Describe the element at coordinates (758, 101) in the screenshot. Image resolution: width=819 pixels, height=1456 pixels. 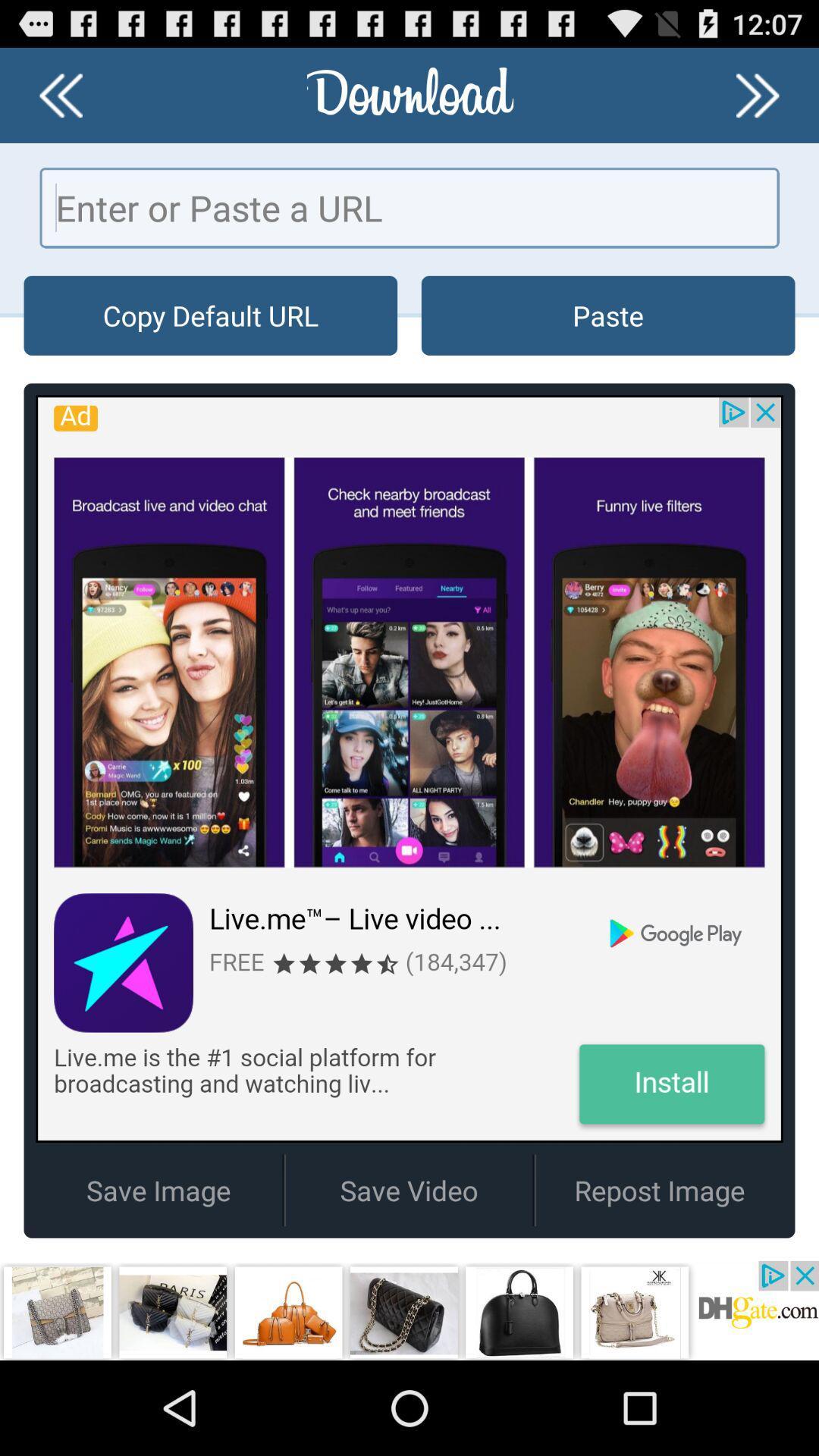
I see `the av_forward icon` at that location.